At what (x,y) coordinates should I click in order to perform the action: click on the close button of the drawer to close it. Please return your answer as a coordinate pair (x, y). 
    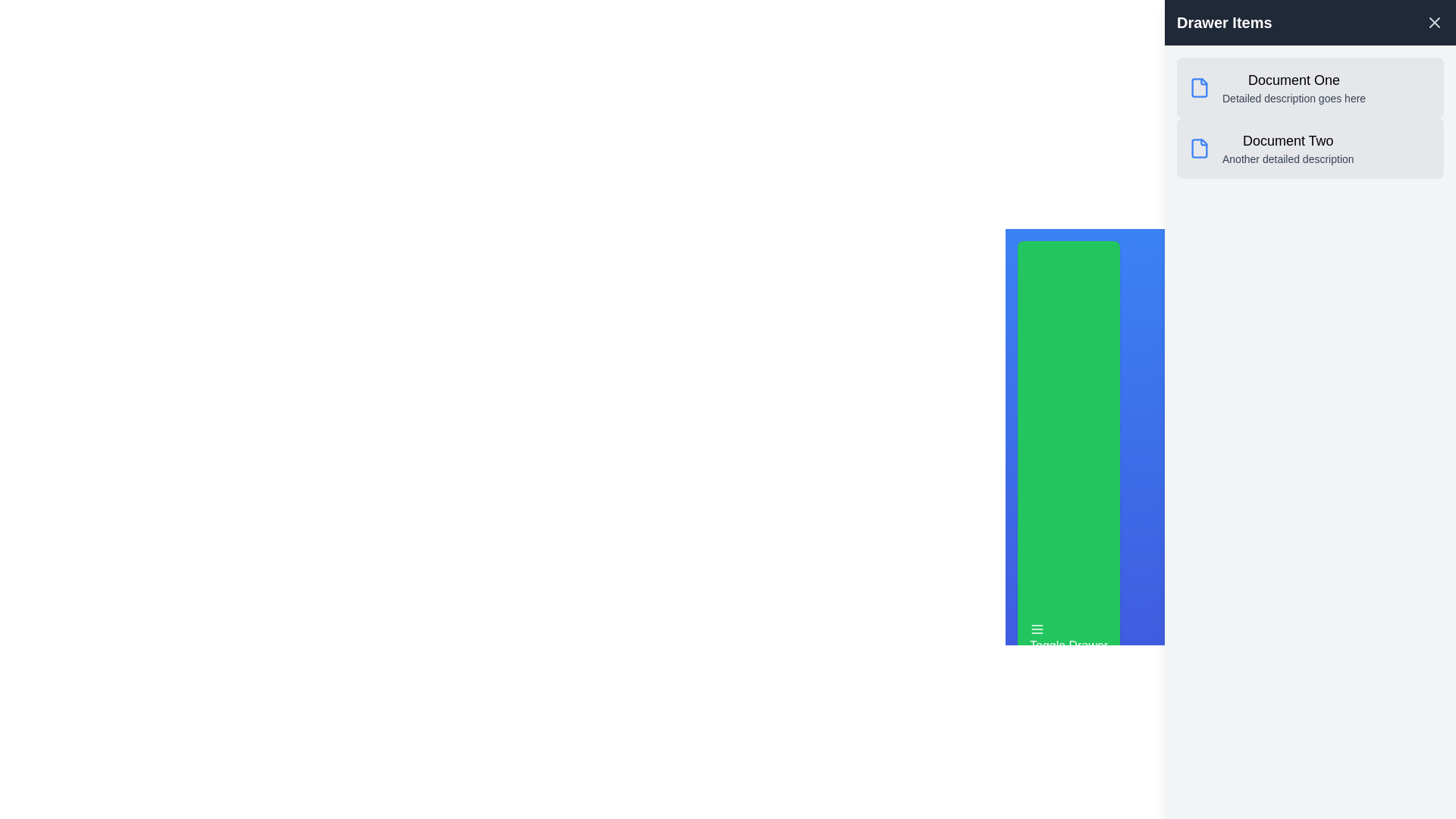
    Looking at the image, I should click on (1433, 23).